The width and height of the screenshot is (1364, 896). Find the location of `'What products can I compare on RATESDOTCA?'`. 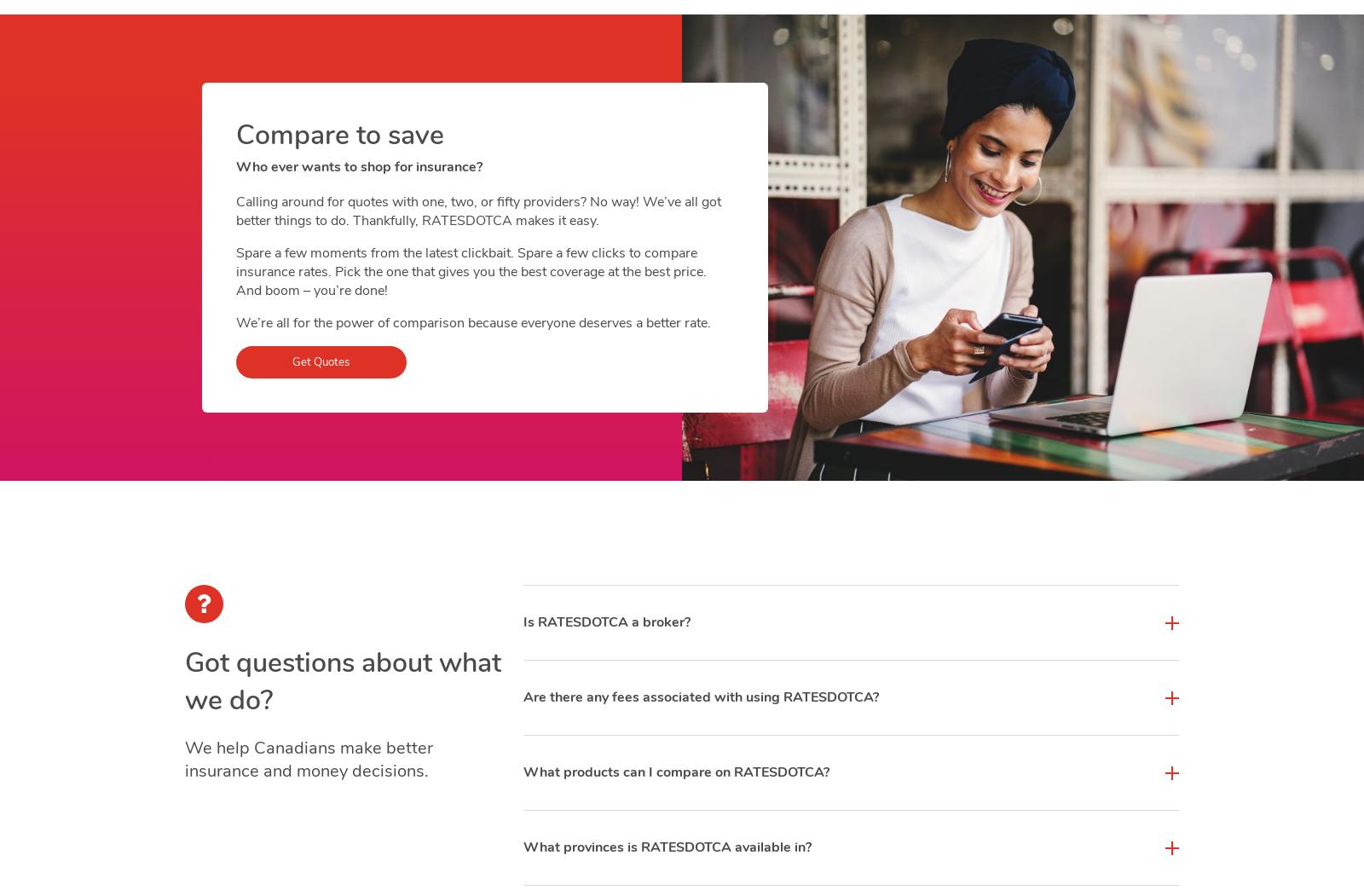

'What products can I compare on RATESDOTCA?' is located at coordinates (675, 772).